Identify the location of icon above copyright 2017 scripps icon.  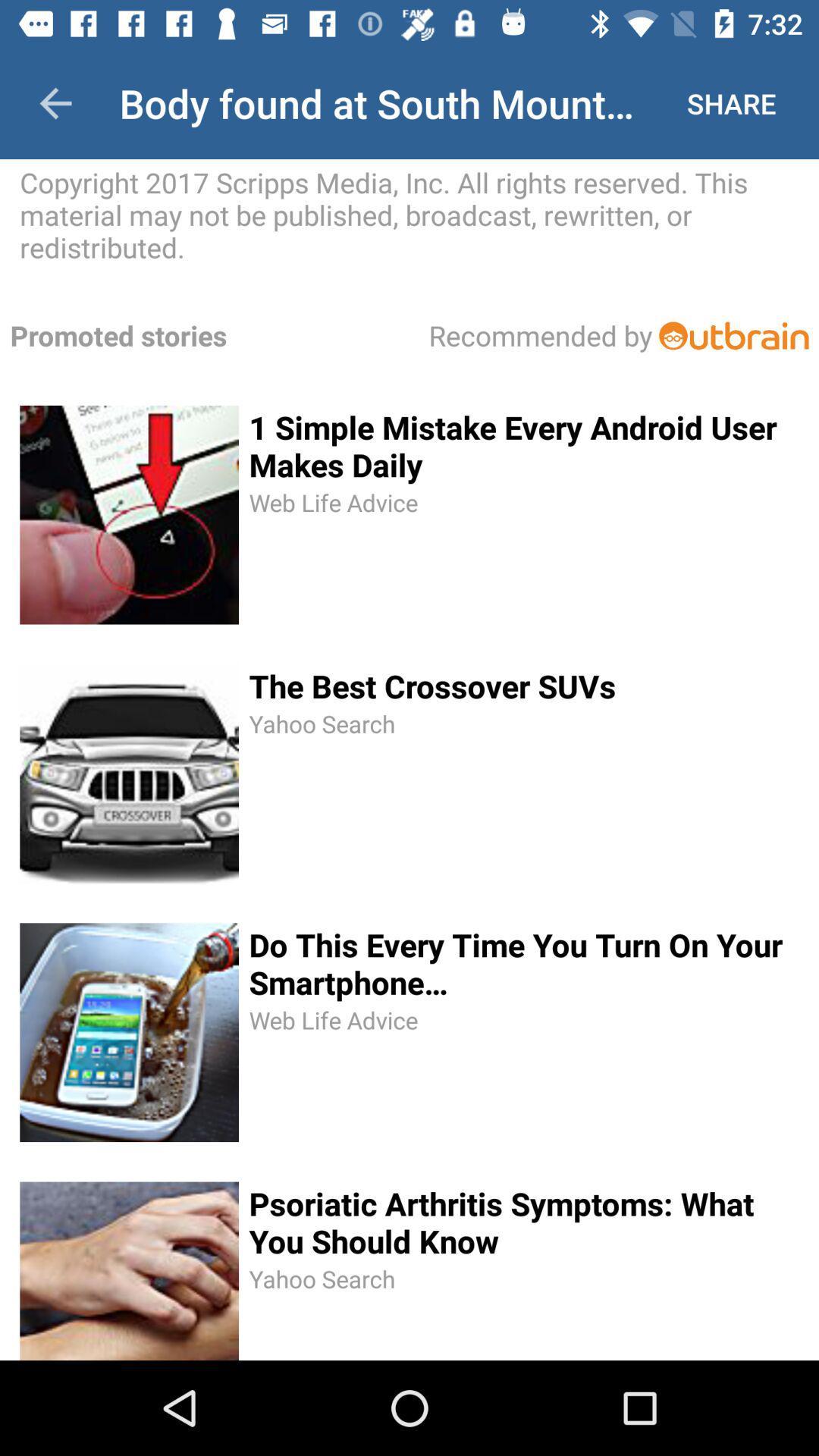
(55, 102).